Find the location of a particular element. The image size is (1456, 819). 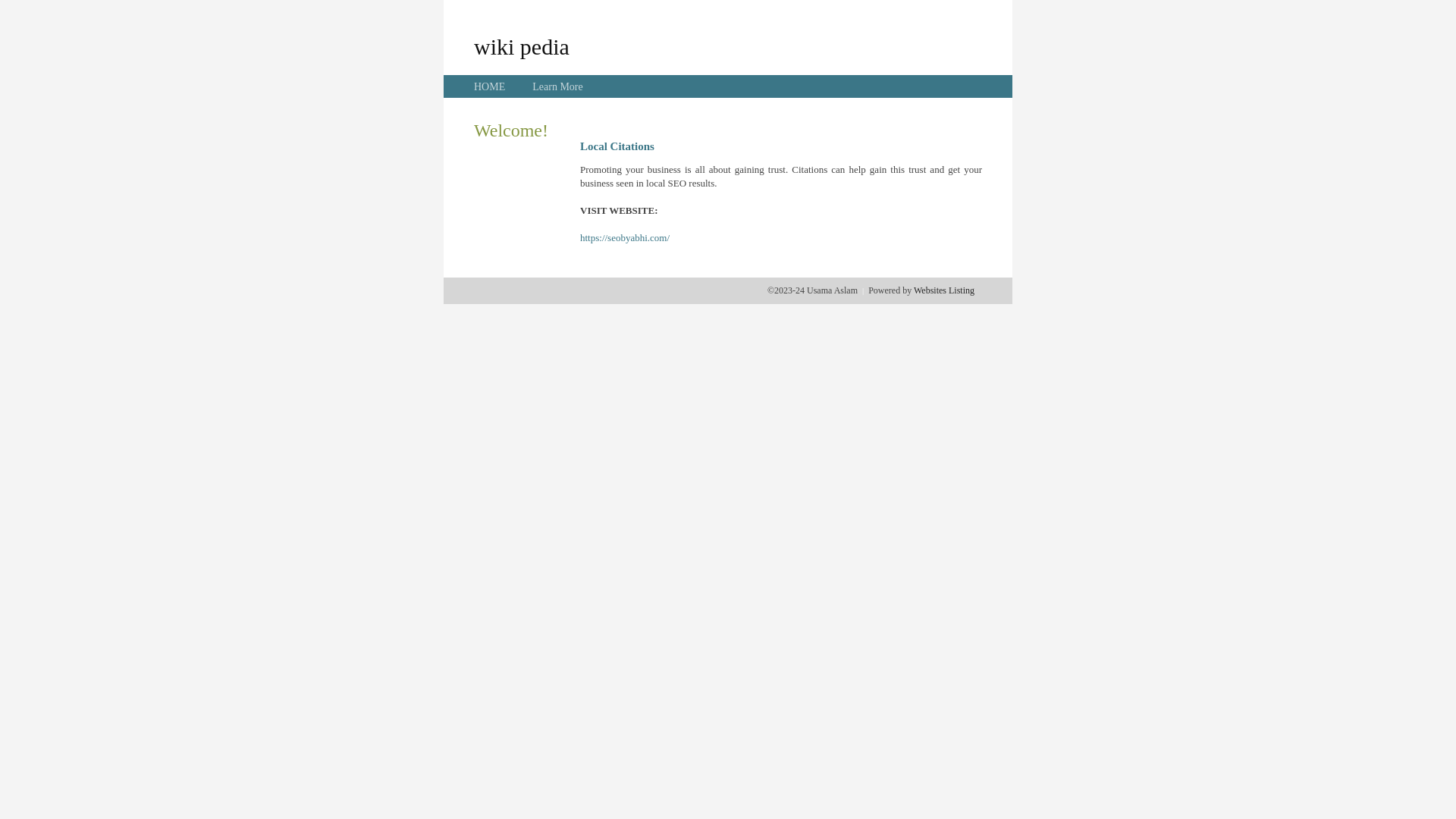

'Websites Listing' is located at coordinates (943, 290).